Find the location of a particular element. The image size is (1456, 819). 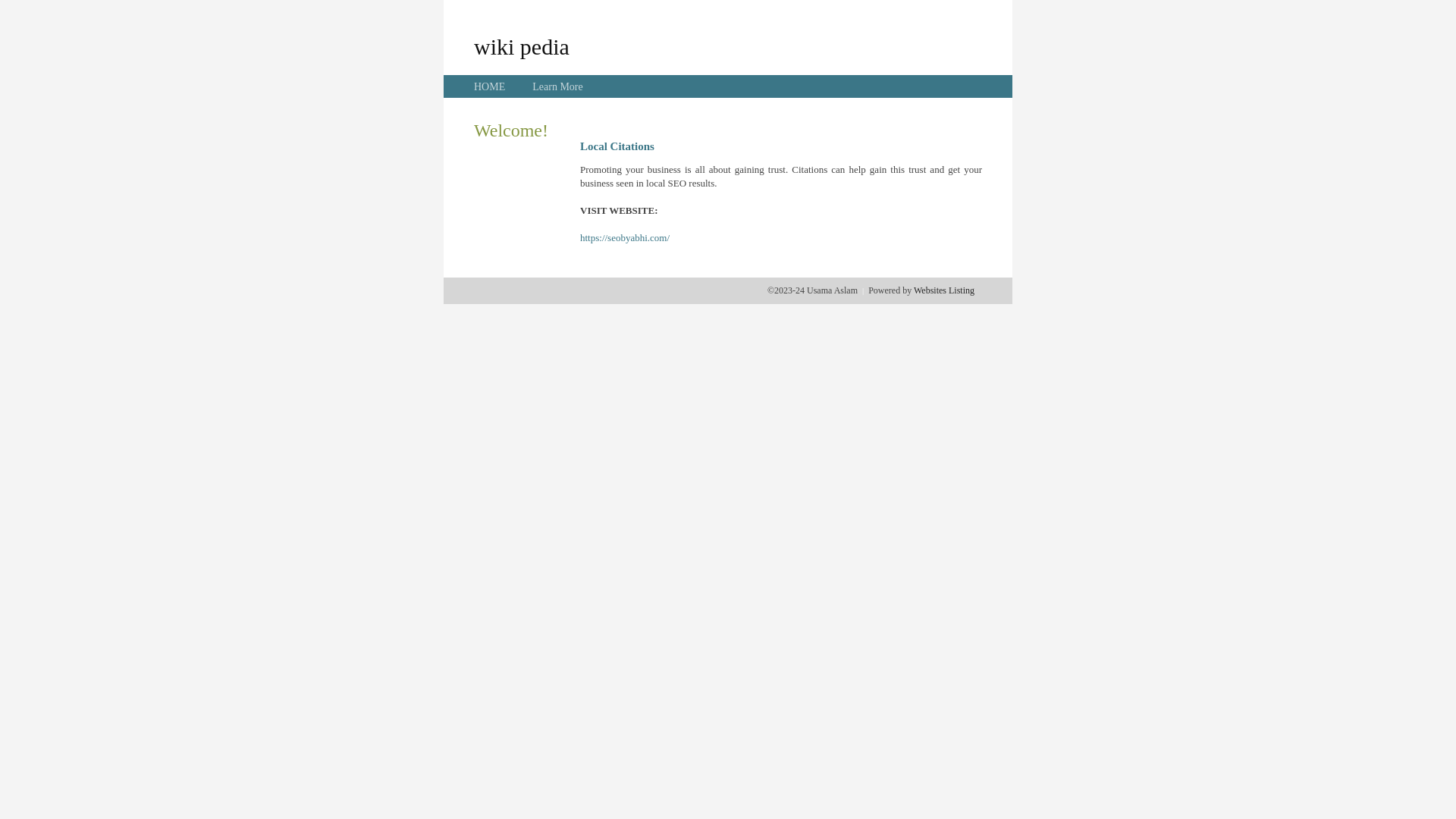

'Websites Listing' is located at coordinates (943, 290).